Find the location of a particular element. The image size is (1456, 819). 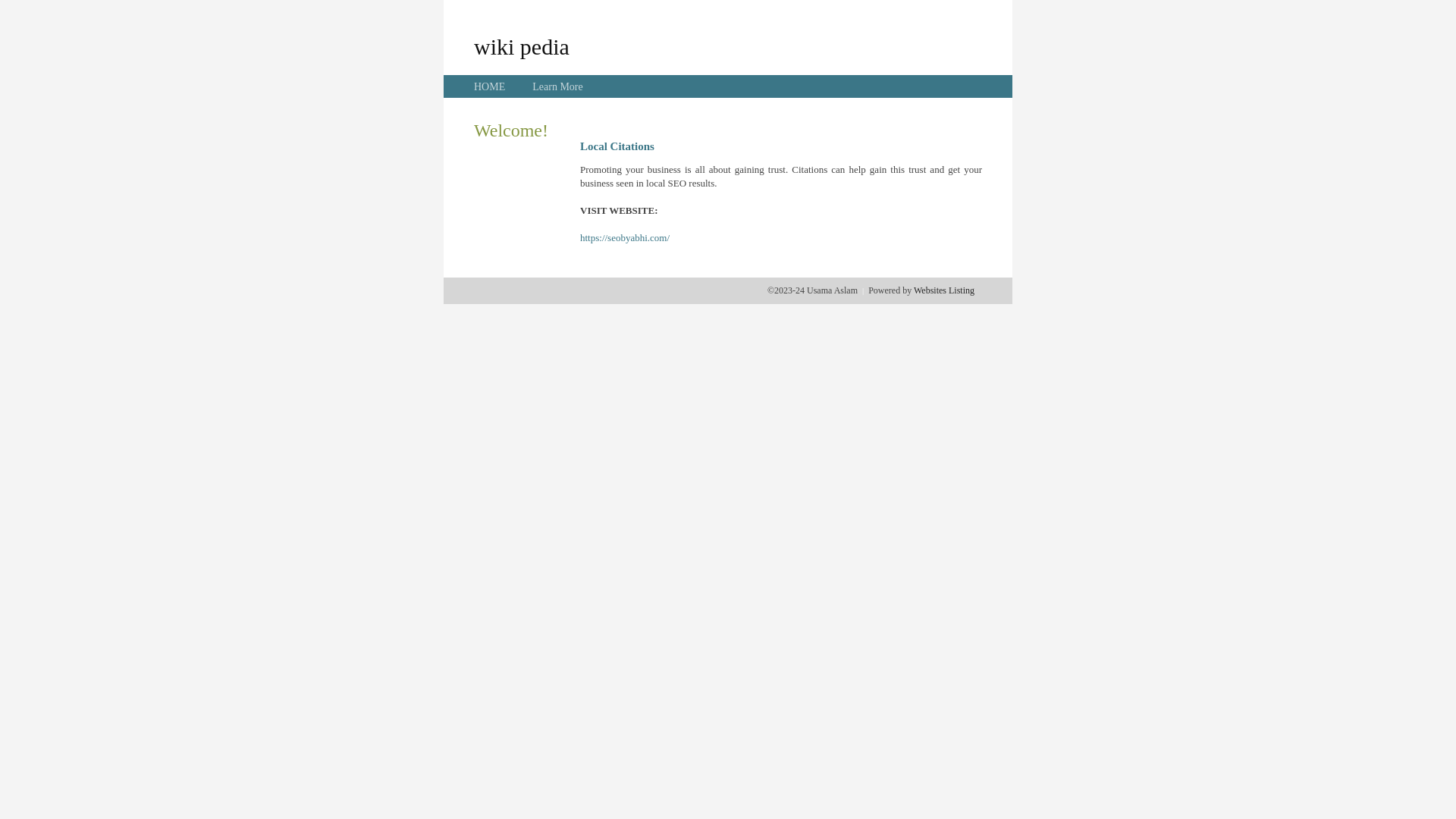

'Websites Listing' is located at coordinates (943, 290).